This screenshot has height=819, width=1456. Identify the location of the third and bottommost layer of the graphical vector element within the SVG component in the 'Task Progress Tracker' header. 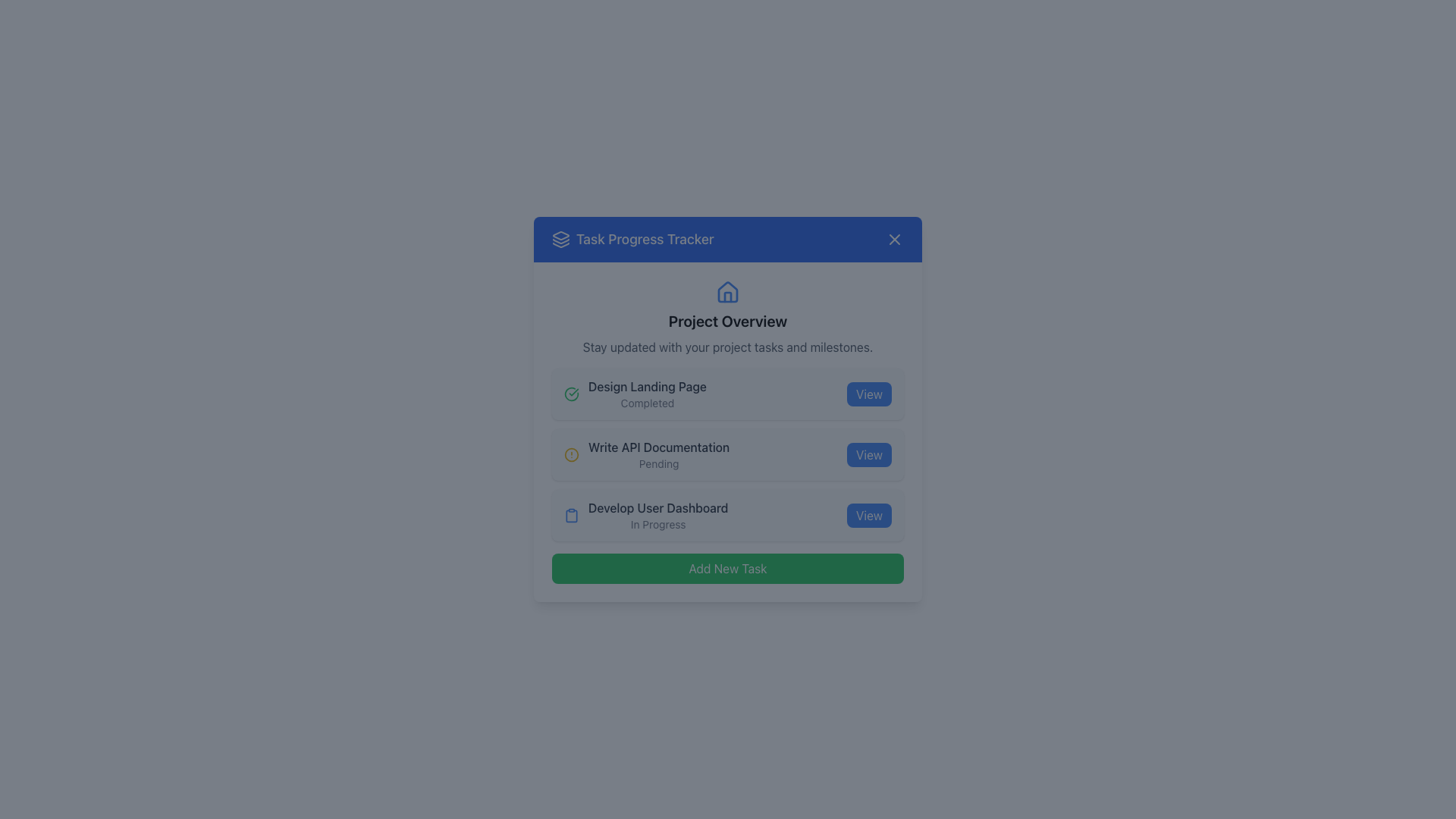
(560, 244).